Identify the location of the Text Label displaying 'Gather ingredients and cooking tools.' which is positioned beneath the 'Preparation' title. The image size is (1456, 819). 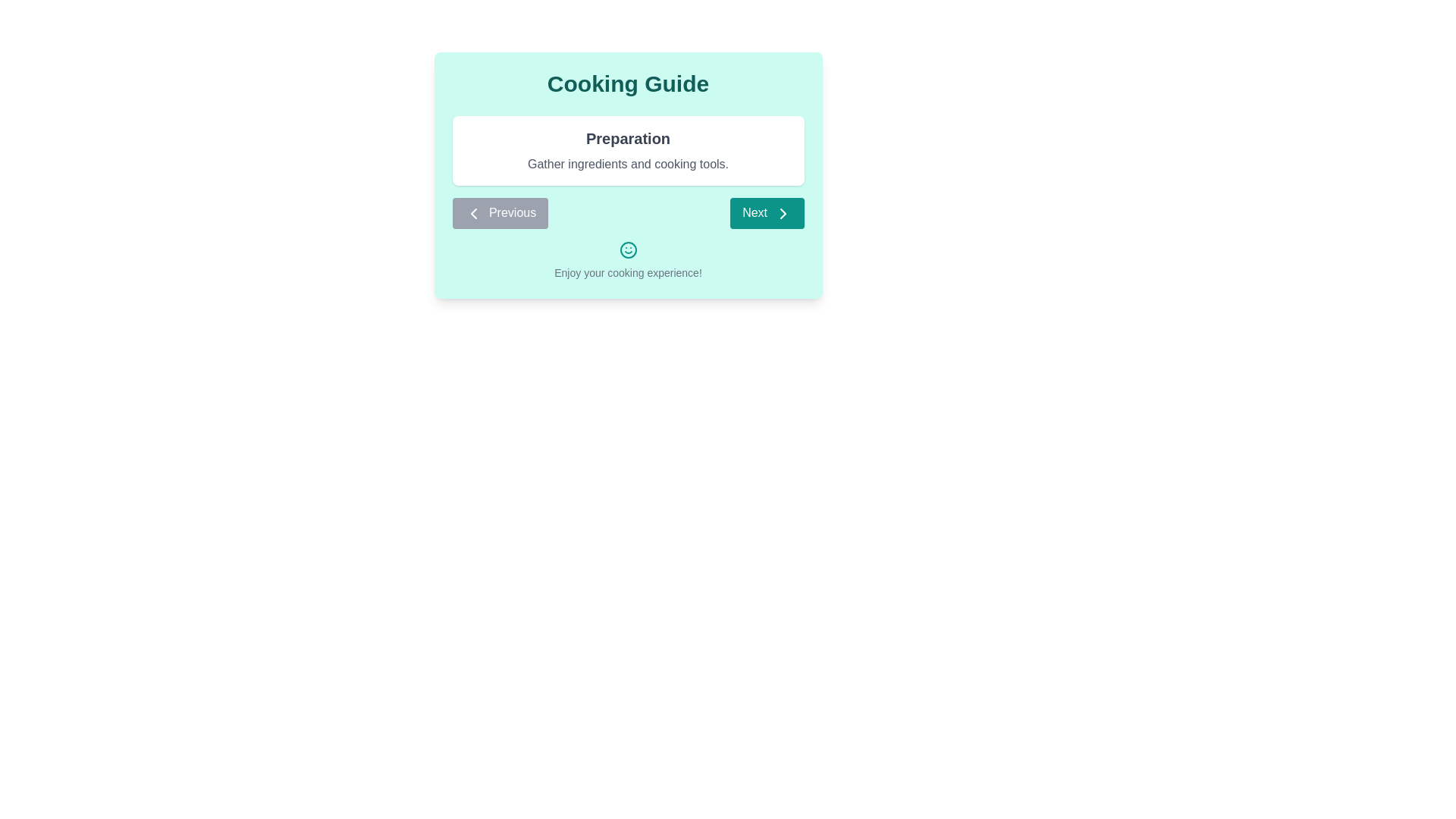
(628, 164).